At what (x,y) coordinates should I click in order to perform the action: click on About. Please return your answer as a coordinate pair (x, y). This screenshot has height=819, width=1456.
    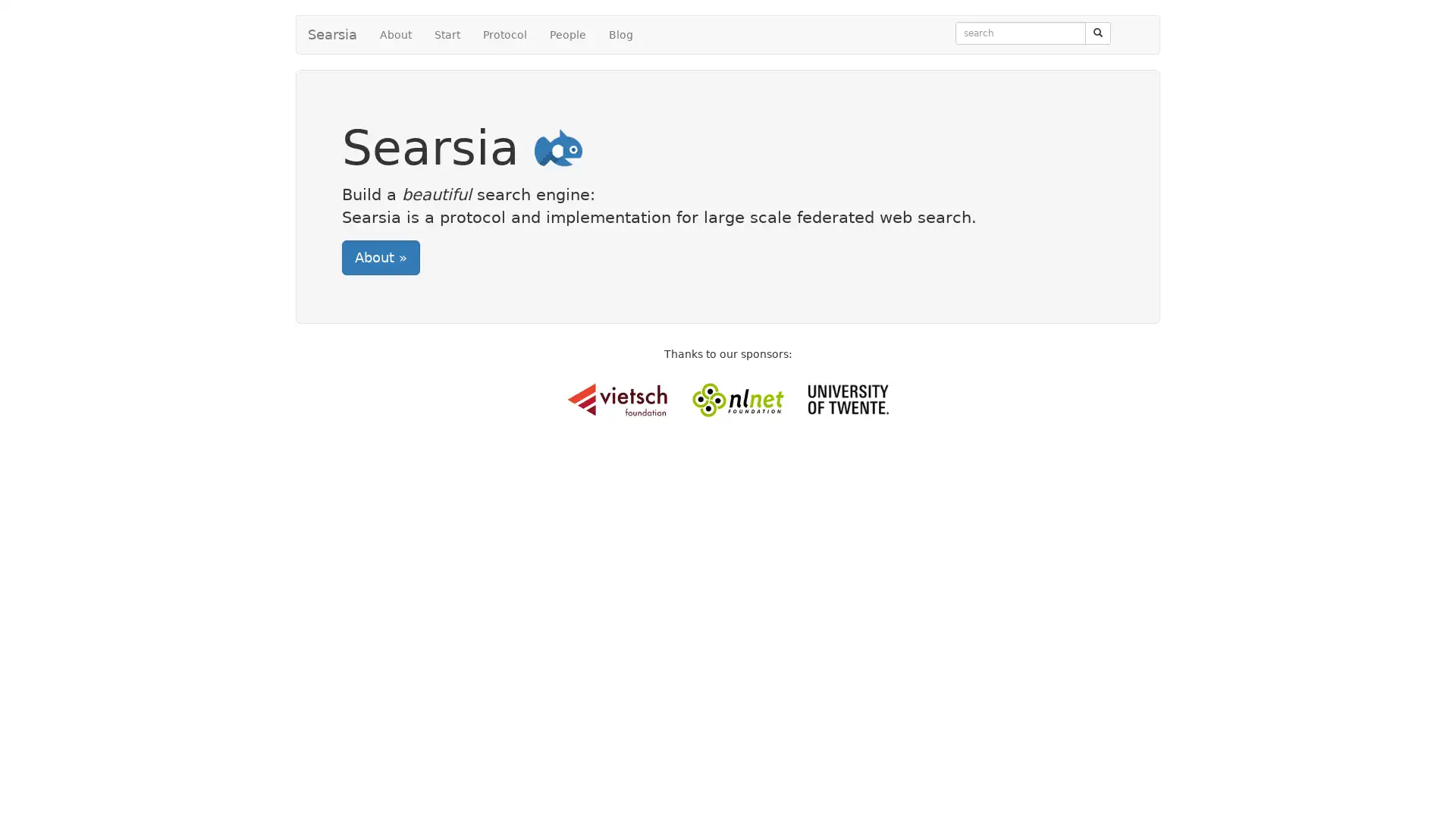
    Looking at the image, I should click on (381, 256).